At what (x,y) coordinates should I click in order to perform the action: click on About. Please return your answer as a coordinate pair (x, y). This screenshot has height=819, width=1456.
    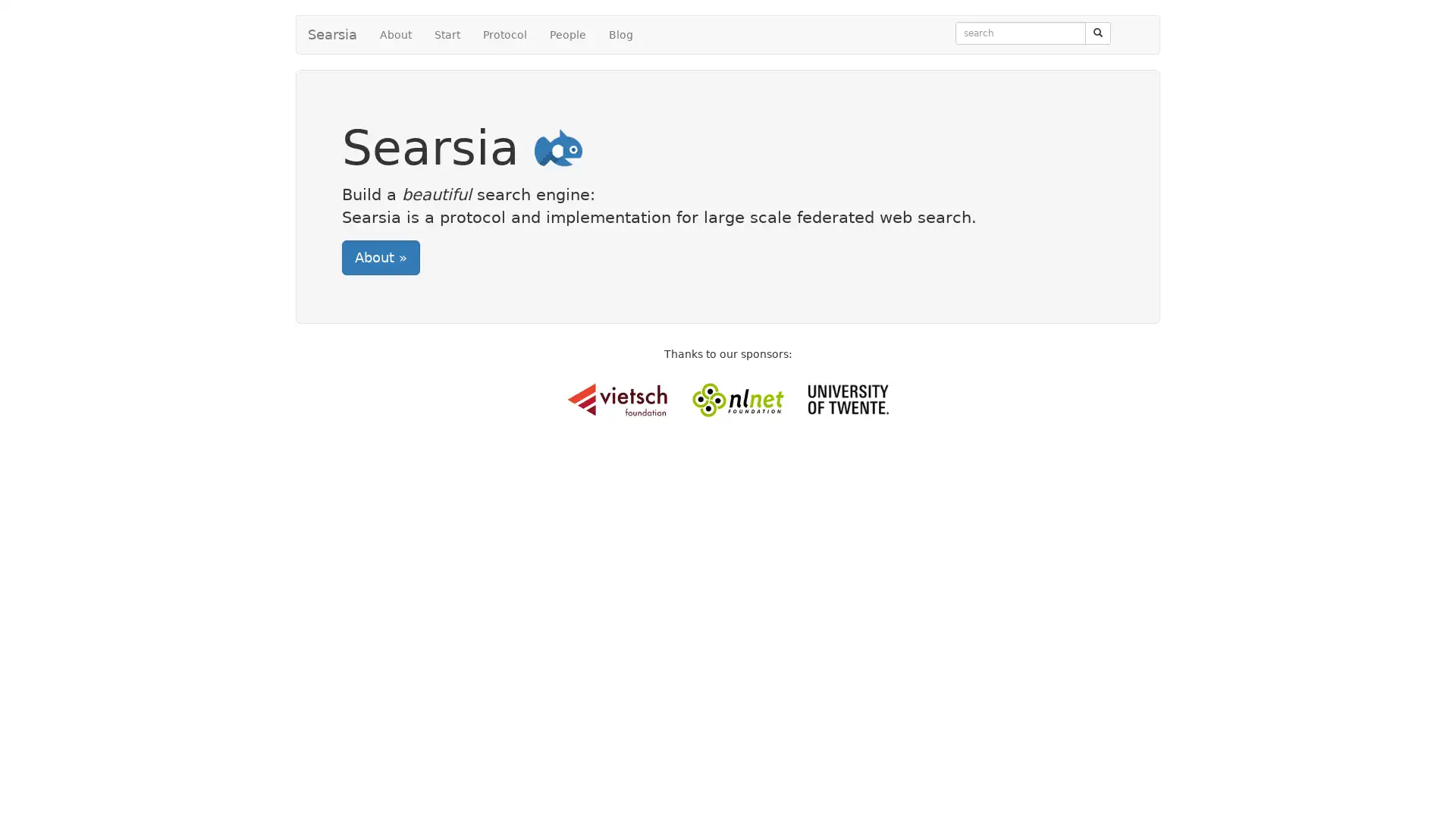
    Looking at the image, I should click on (381, 256).